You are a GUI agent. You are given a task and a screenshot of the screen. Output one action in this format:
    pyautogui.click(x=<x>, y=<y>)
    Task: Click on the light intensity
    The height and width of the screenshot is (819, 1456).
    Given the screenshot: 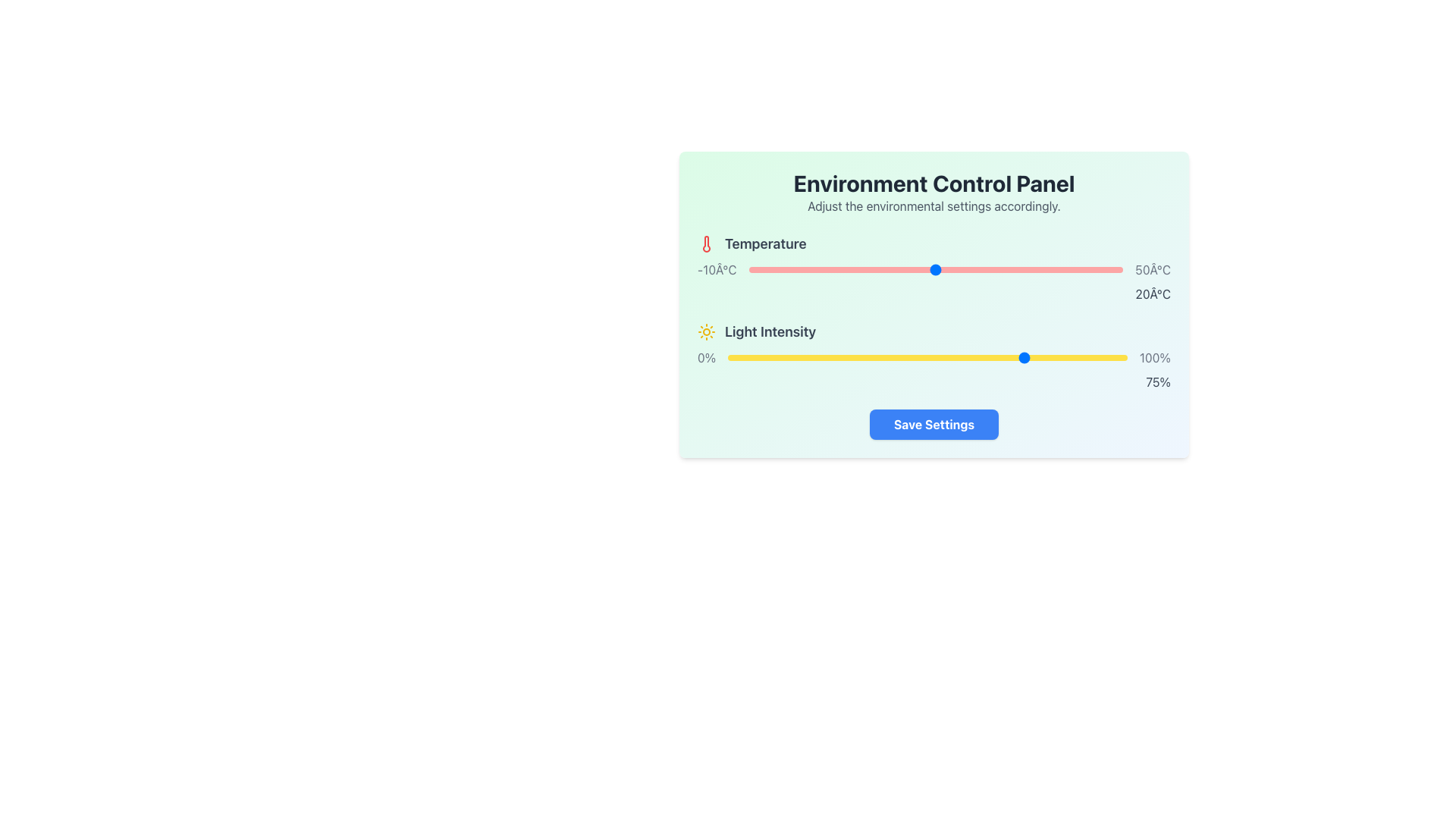 What is the action you would take?
    pyautogui.click(x=950, y=357)
    